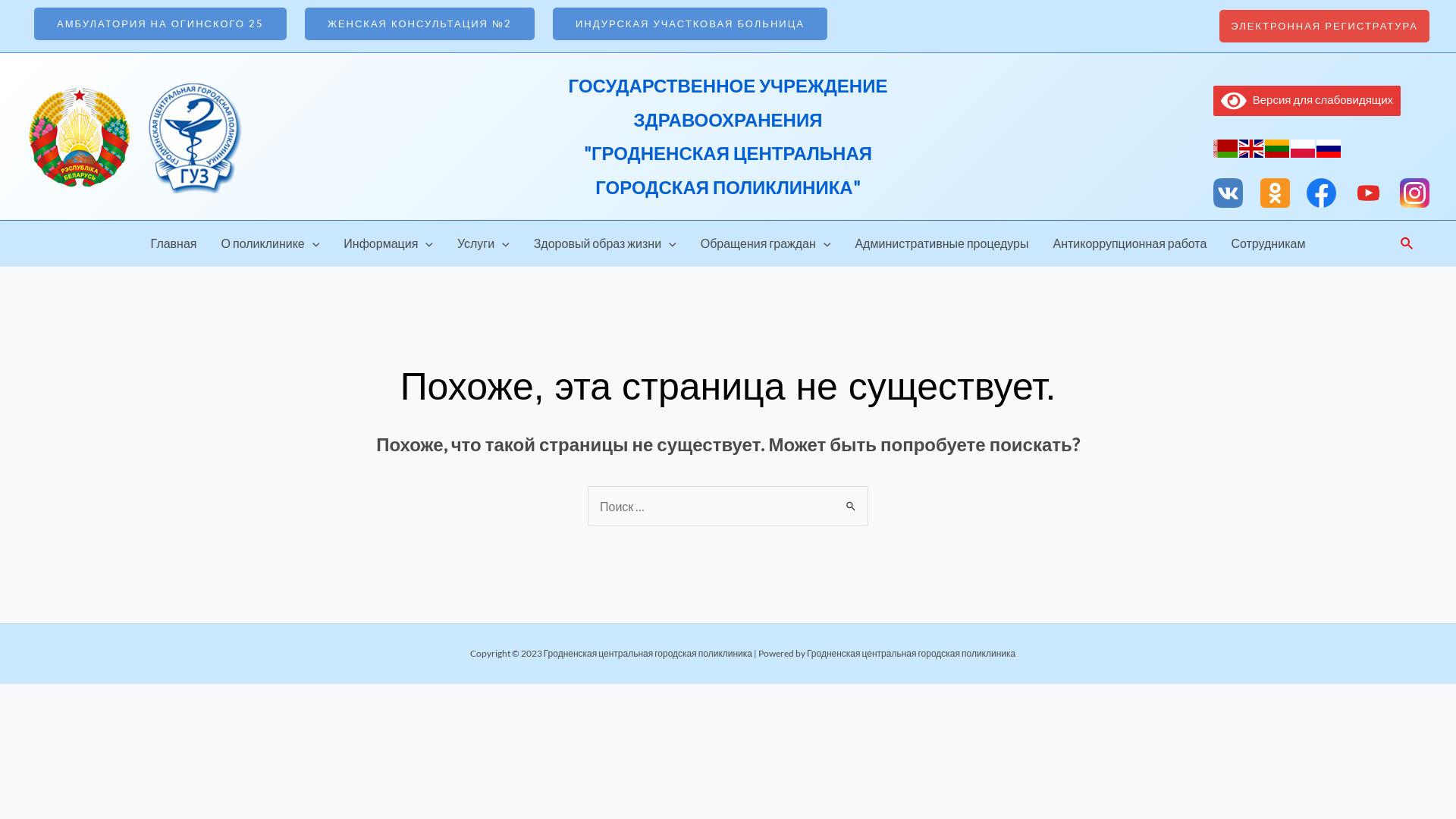  What do you see at coordinates (1328, 146) in the screenshot?
I see `'Russian'` at bounding box center [1328, 146].